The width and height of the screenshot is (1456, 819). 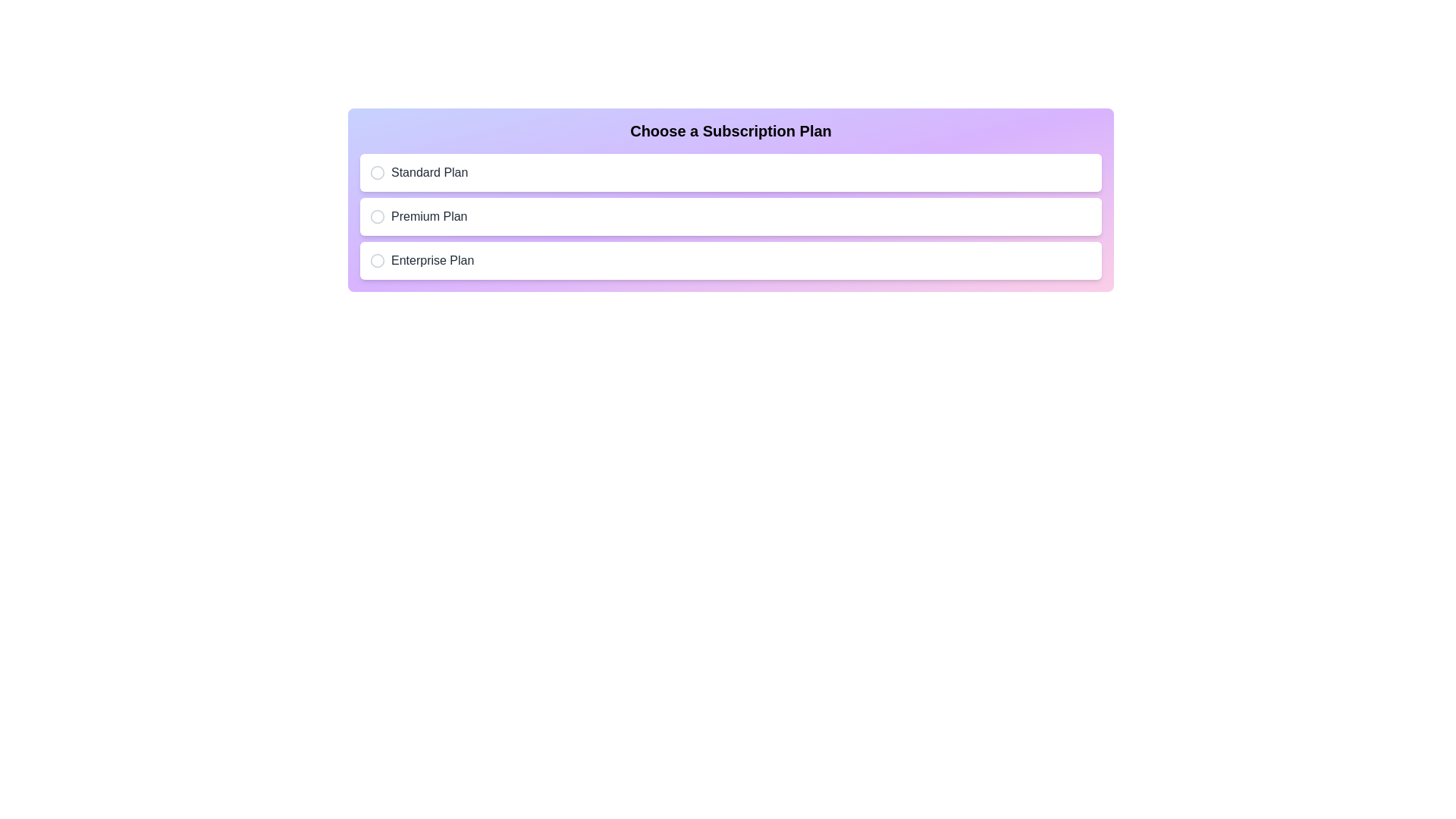 What do you see at coordinates (431, 259) in the screenshot?
I see `the text label displaying 'Enterprise Plan' in dark gray, which is the third option in the subscription plans list` at bounding box center [431, 259].